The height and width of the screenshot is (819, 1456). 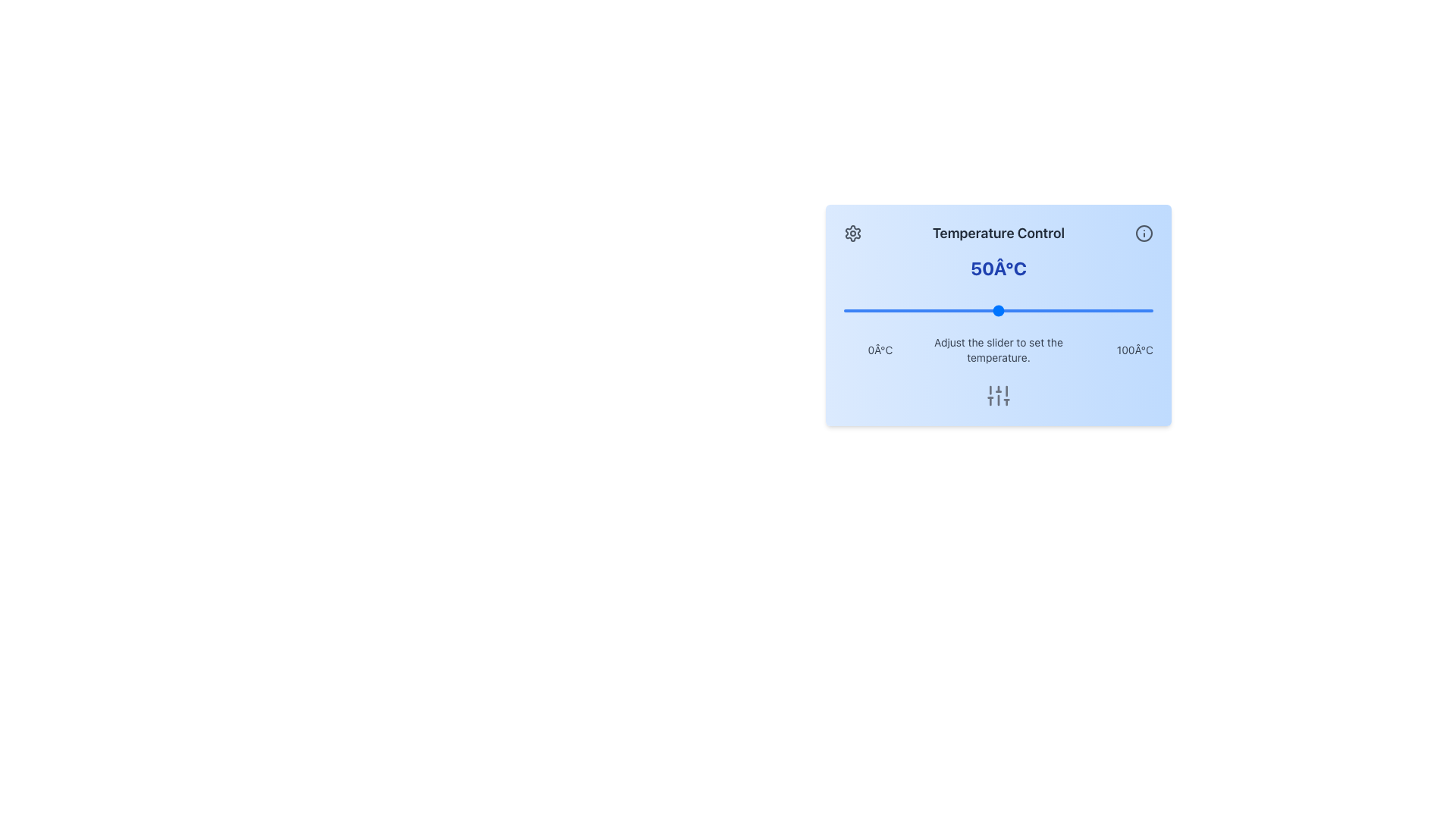 What do you see at coordinates (974, 309) in the screenshot?
I see `the temperature` at bounding box center [974, 309].